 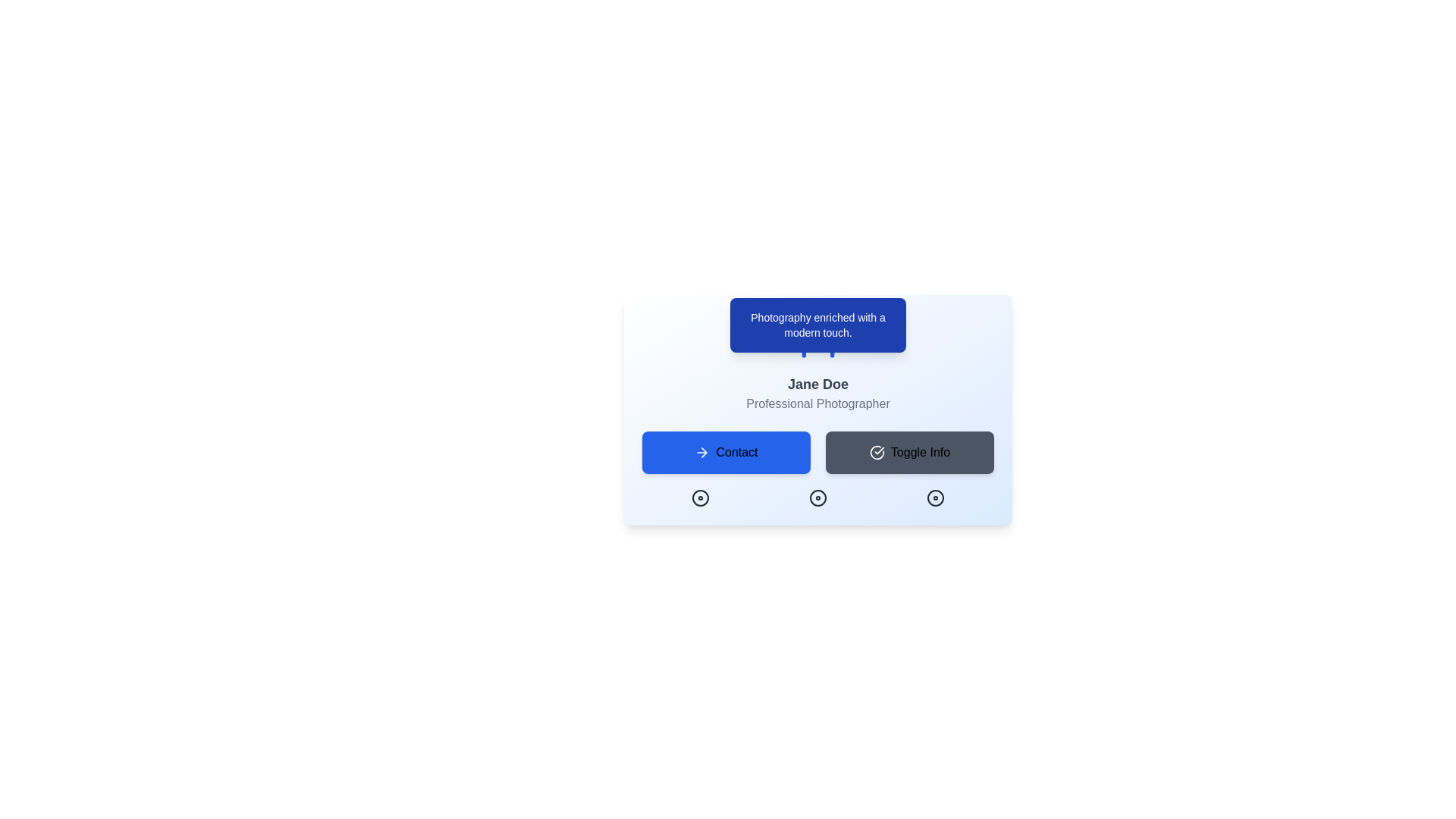 What do you see at coordinates (817, 497) in the screenshot?
I see `the decorative or status indicator represented by the SVG circle element located at the lower middle section of the interface` at bounding box center [817, 497].